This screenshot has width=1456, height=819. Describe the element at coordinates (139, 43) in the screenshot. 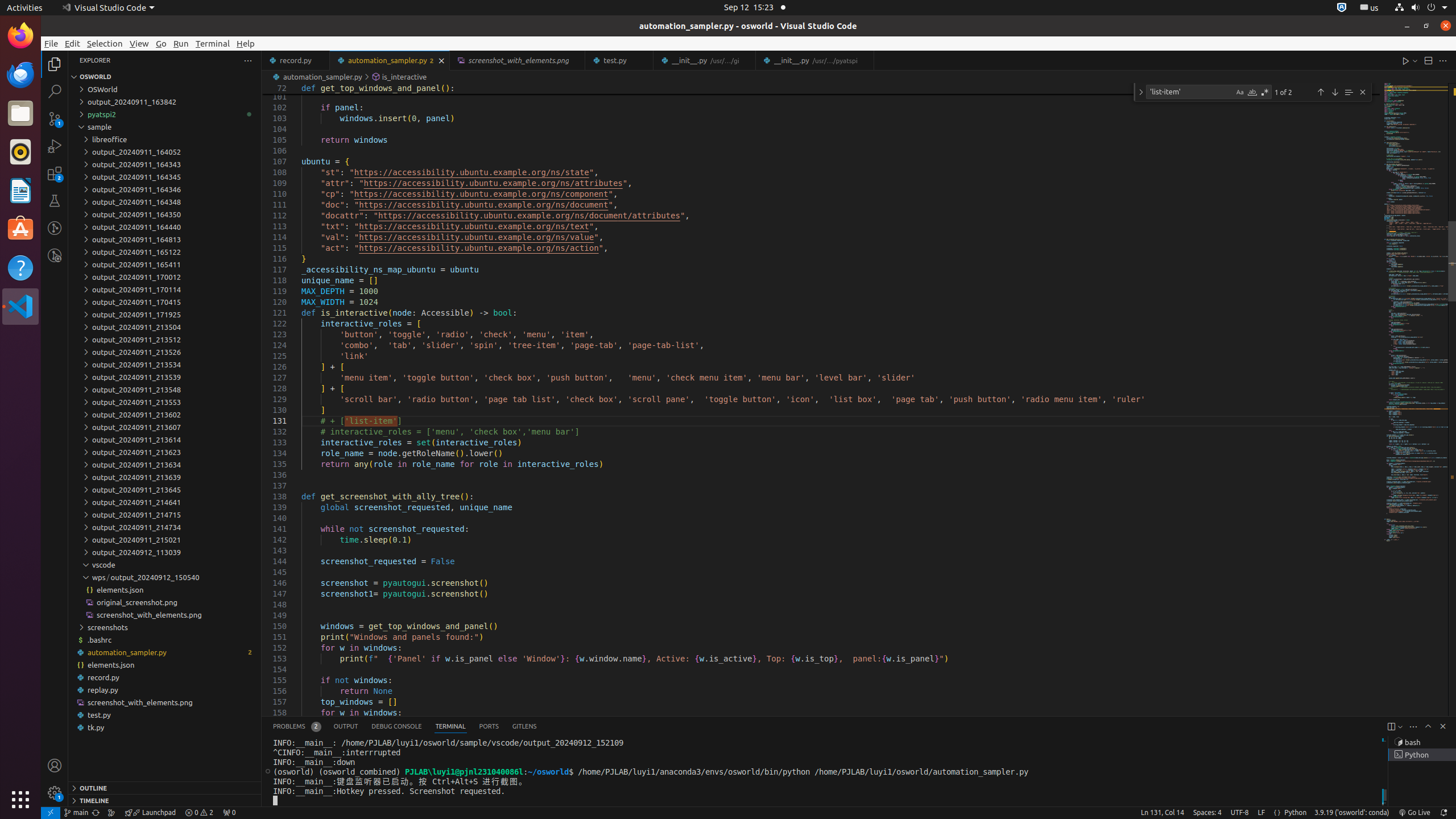

I see `'View'` at that location.